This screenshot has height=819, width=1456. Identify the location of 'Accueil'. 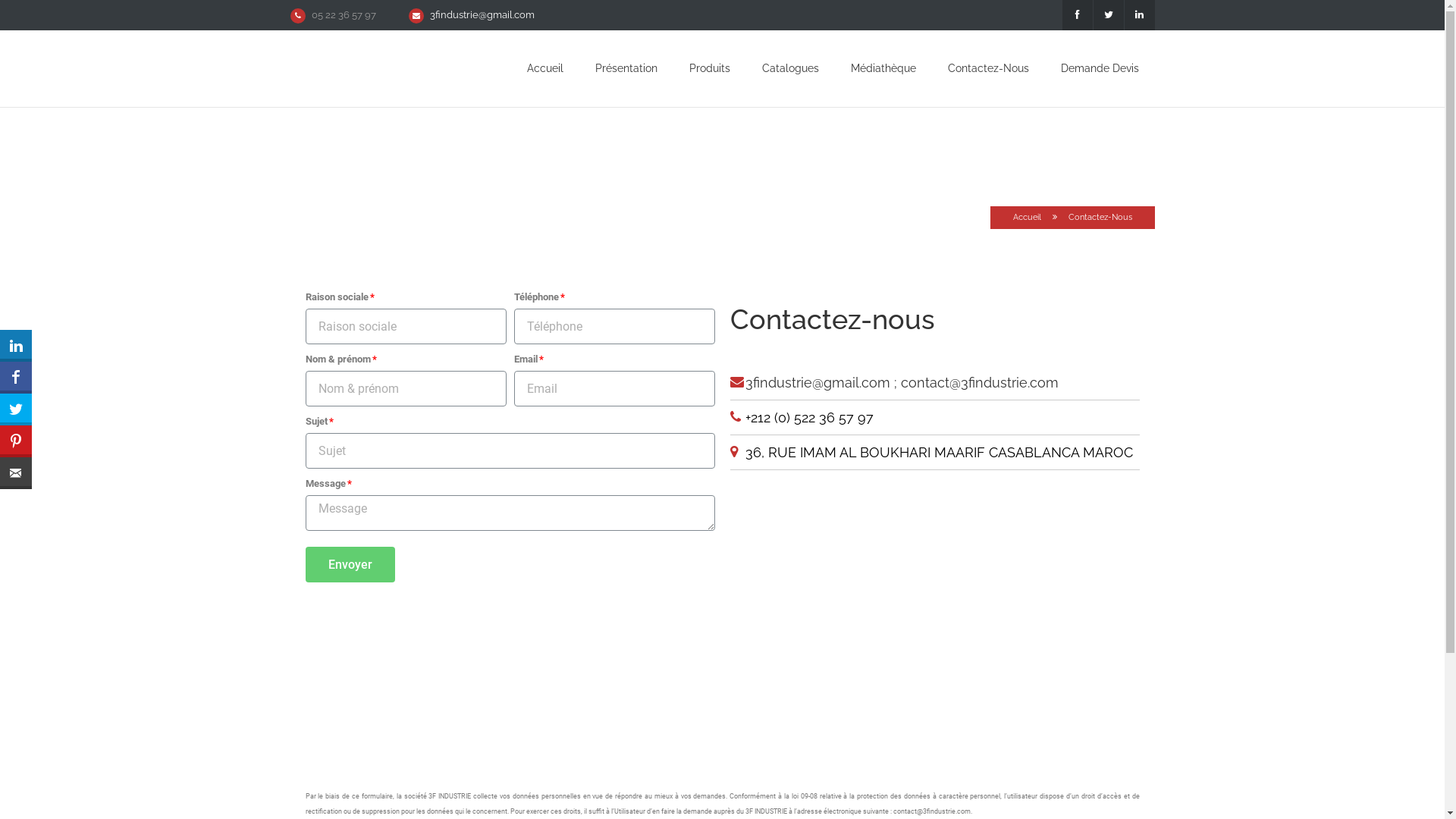
(1027, 217).